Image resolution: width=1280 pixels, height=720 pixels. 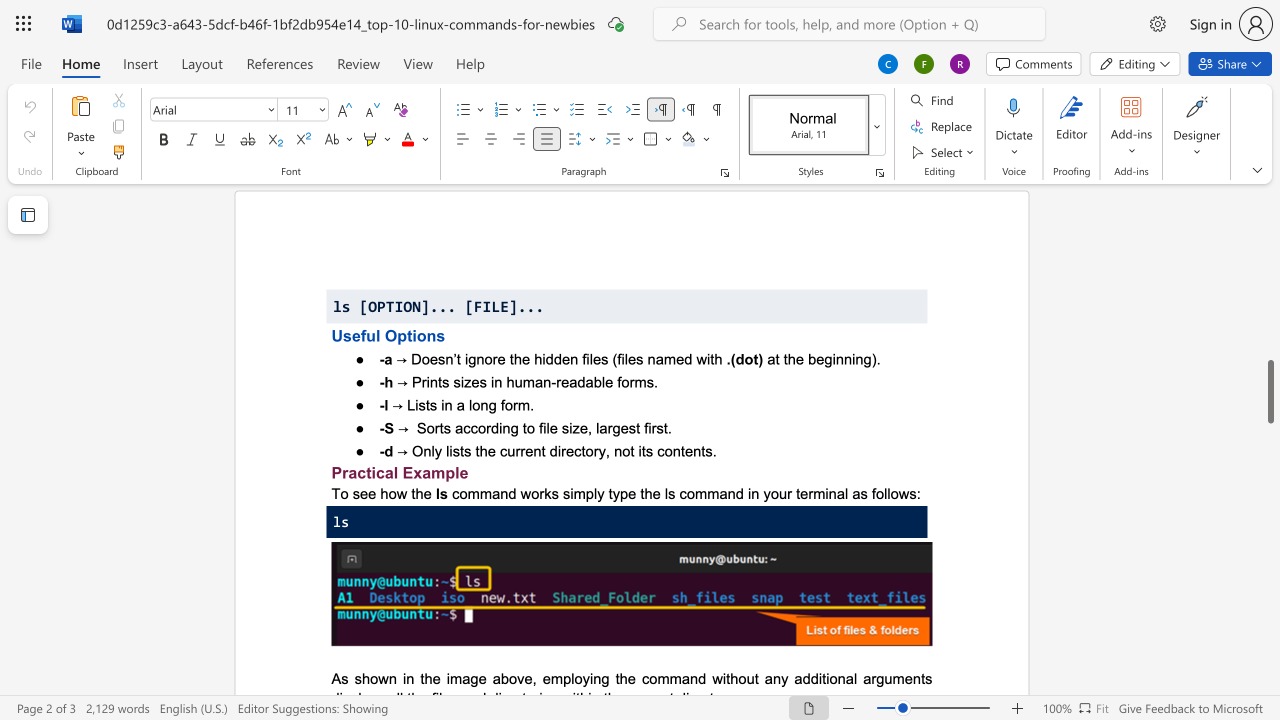 What do you see at coordinates (1269, 280) in the screenshot?
I see `the scrollbar to scroll the page up` at bounding box center [1269, 280].